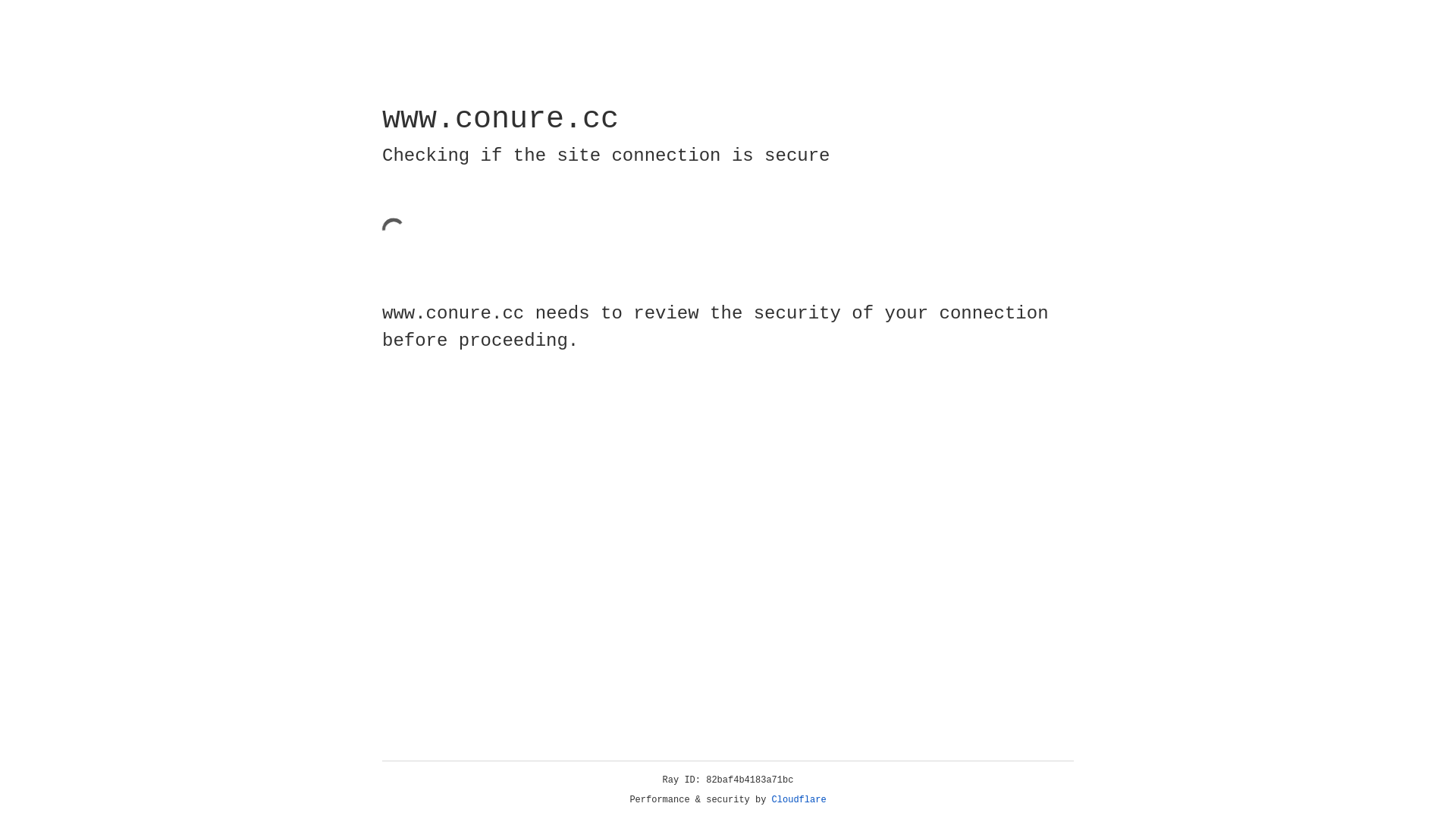  I want to click on 'Cloudflare', so click(771, 799).